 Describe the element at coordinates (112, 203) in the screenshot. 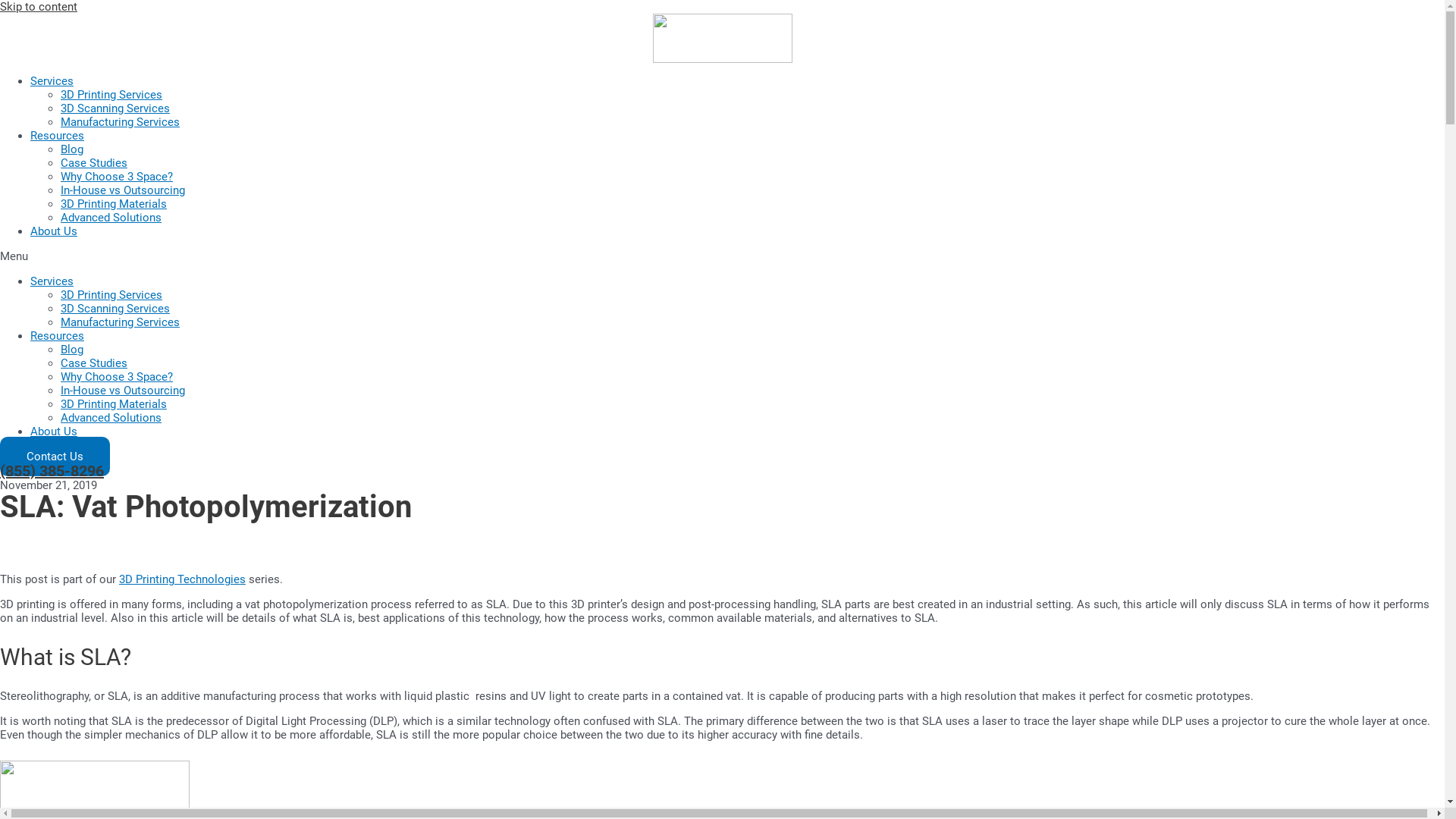

I see `'3D Printing Materials'` at that location.